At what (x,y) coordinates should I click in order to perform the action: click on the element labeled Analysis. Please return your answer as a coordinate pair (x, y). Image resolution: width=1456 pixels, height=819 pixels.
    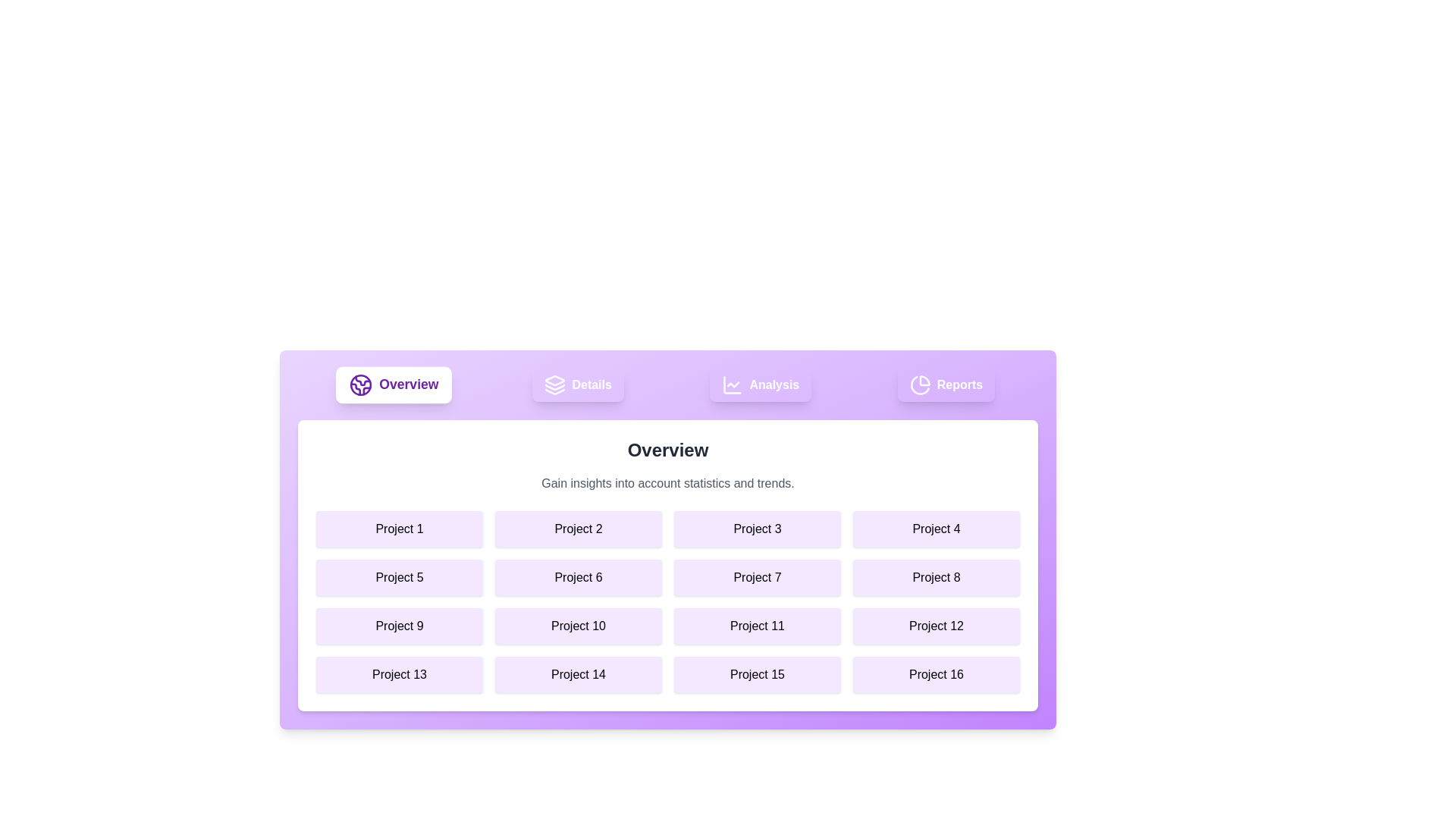
    Looking at the image, I should click on (761, 384).